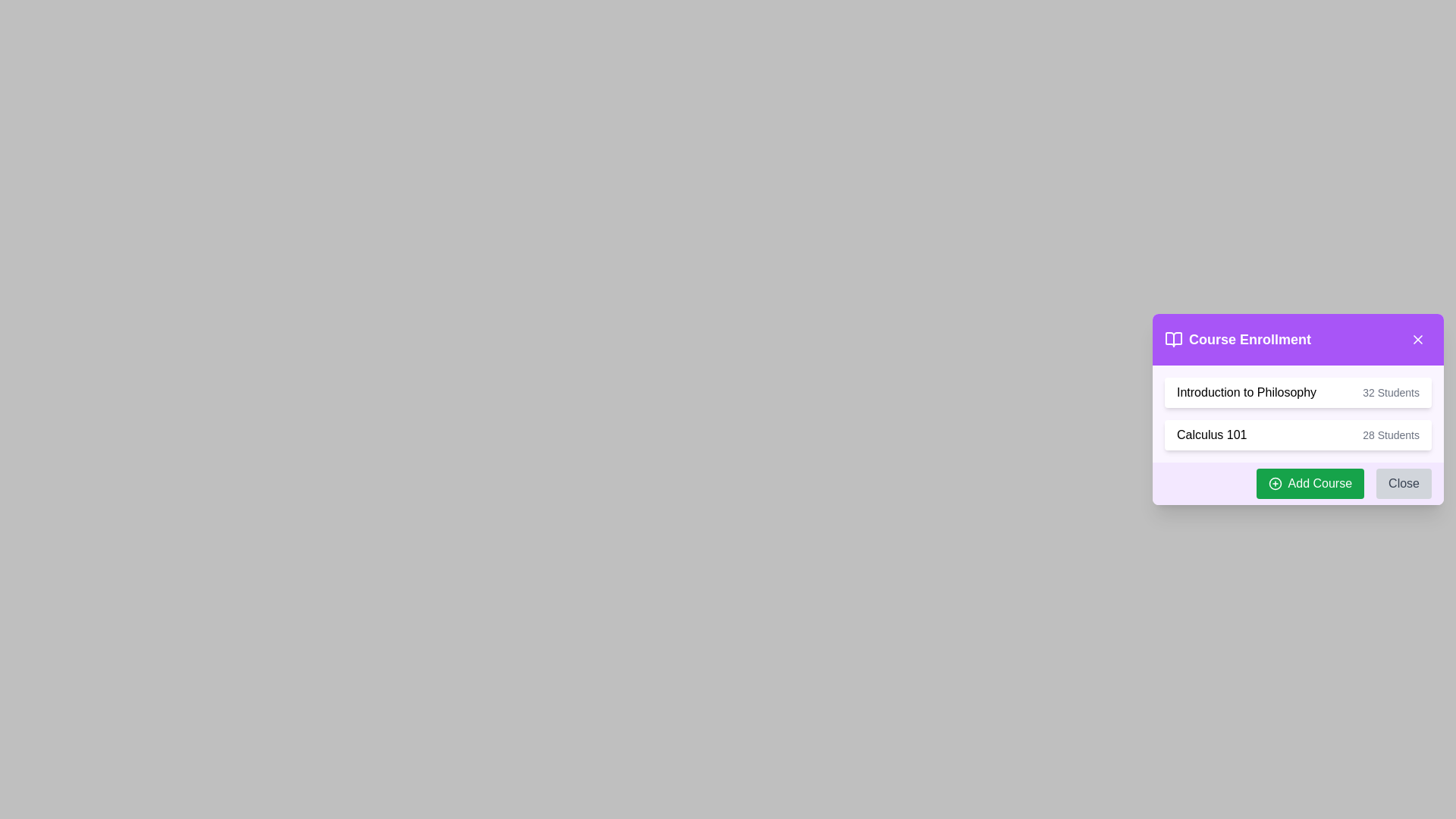 The width and height of the screenshot is (1456, 819). What do you see at coordinates (1298, 391) in the screenshot?
I see `student count from the first Informational List Item labeled 'Introduction to Philosophy' in the 'Course Enrollment' panel` at bounding box center [1298, 391].